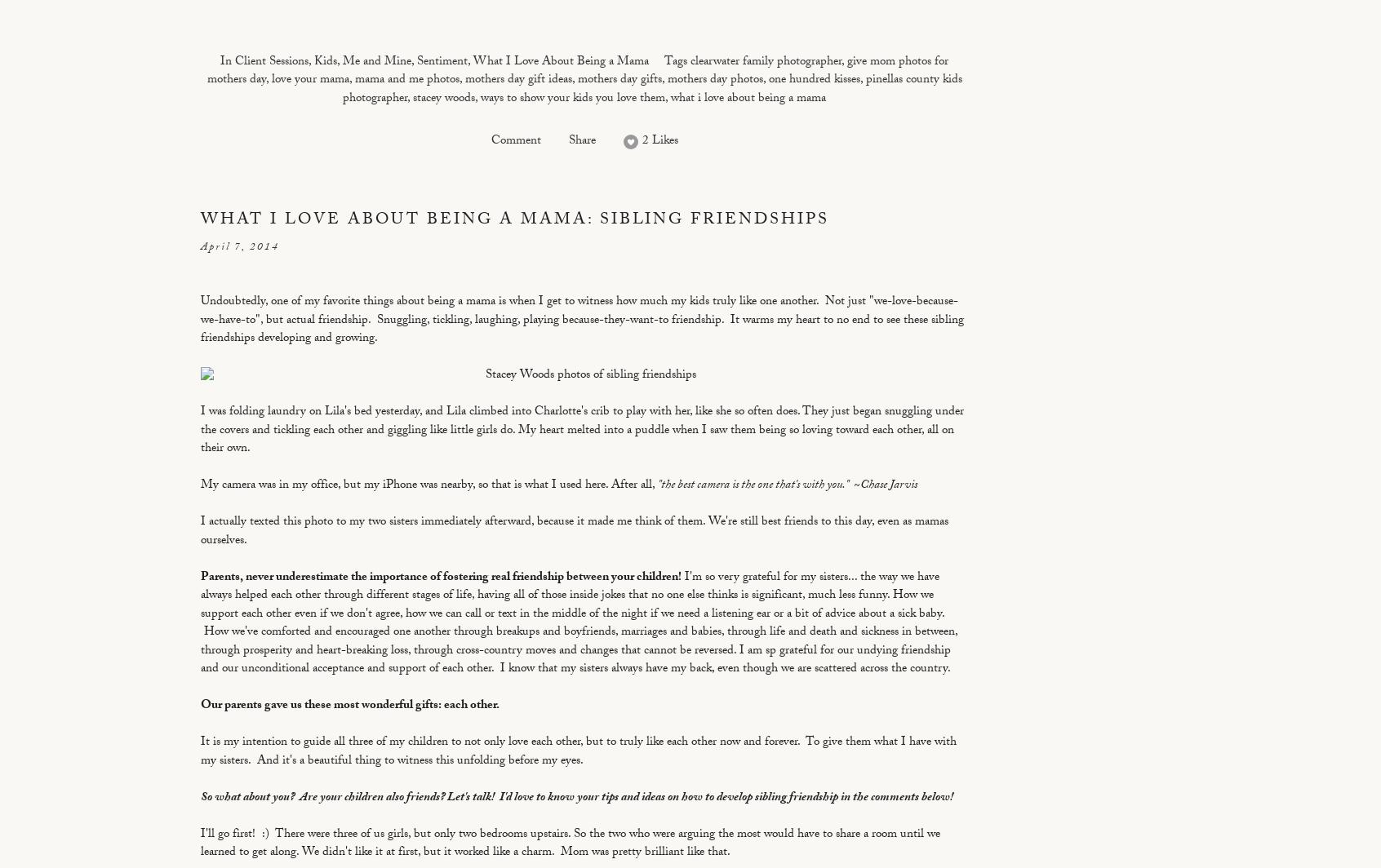 The height and width of the screenshot is (868, 1381). Describe the element at coordinates (349, 706) in the screenshot. I see `'Our parents gave us these most wonderful gifts: each other.'` at that location.